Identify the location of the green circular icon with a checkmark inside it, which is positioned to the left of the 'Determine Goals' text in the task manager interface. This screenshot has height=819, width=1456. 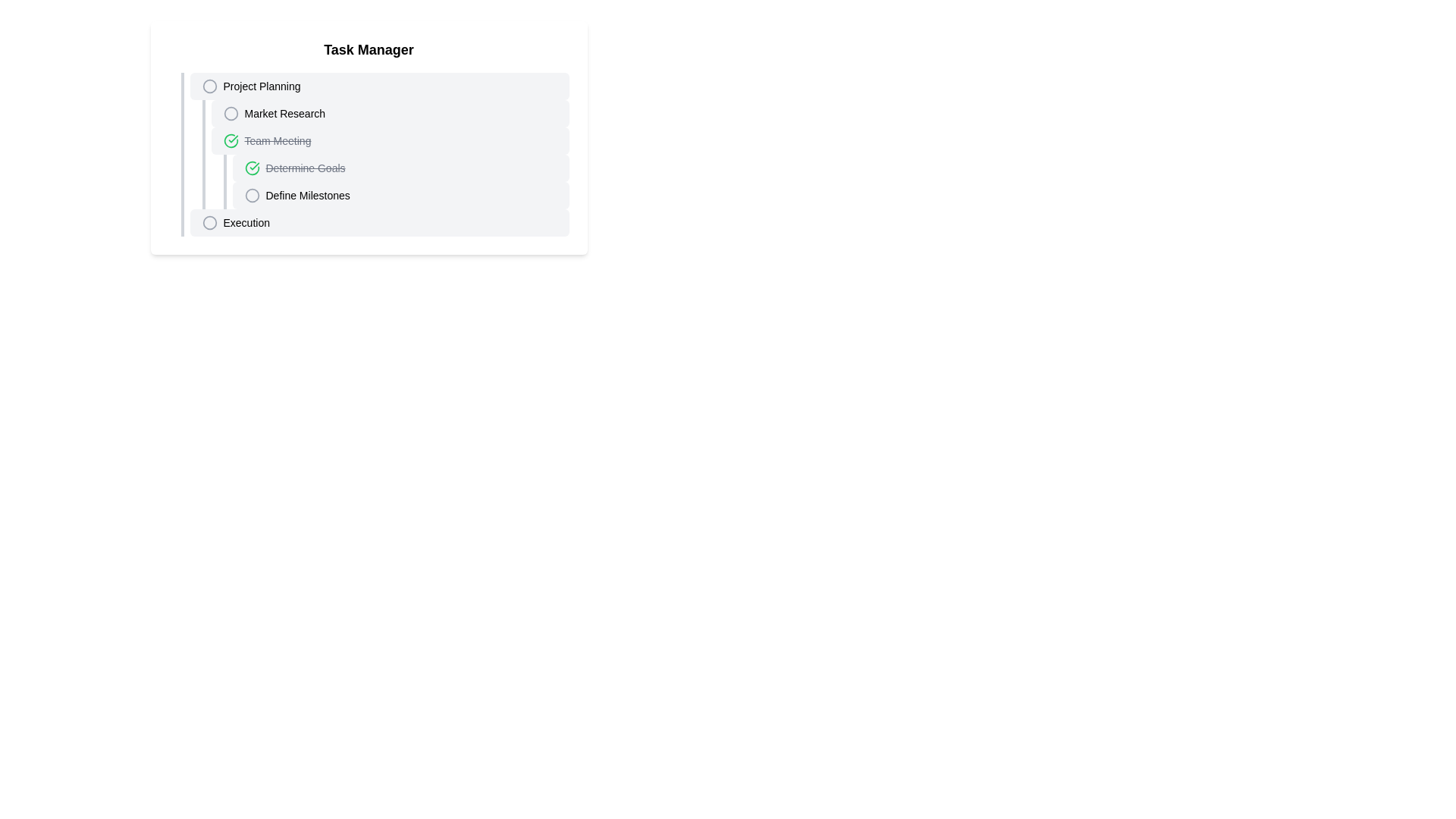
(230, 140).